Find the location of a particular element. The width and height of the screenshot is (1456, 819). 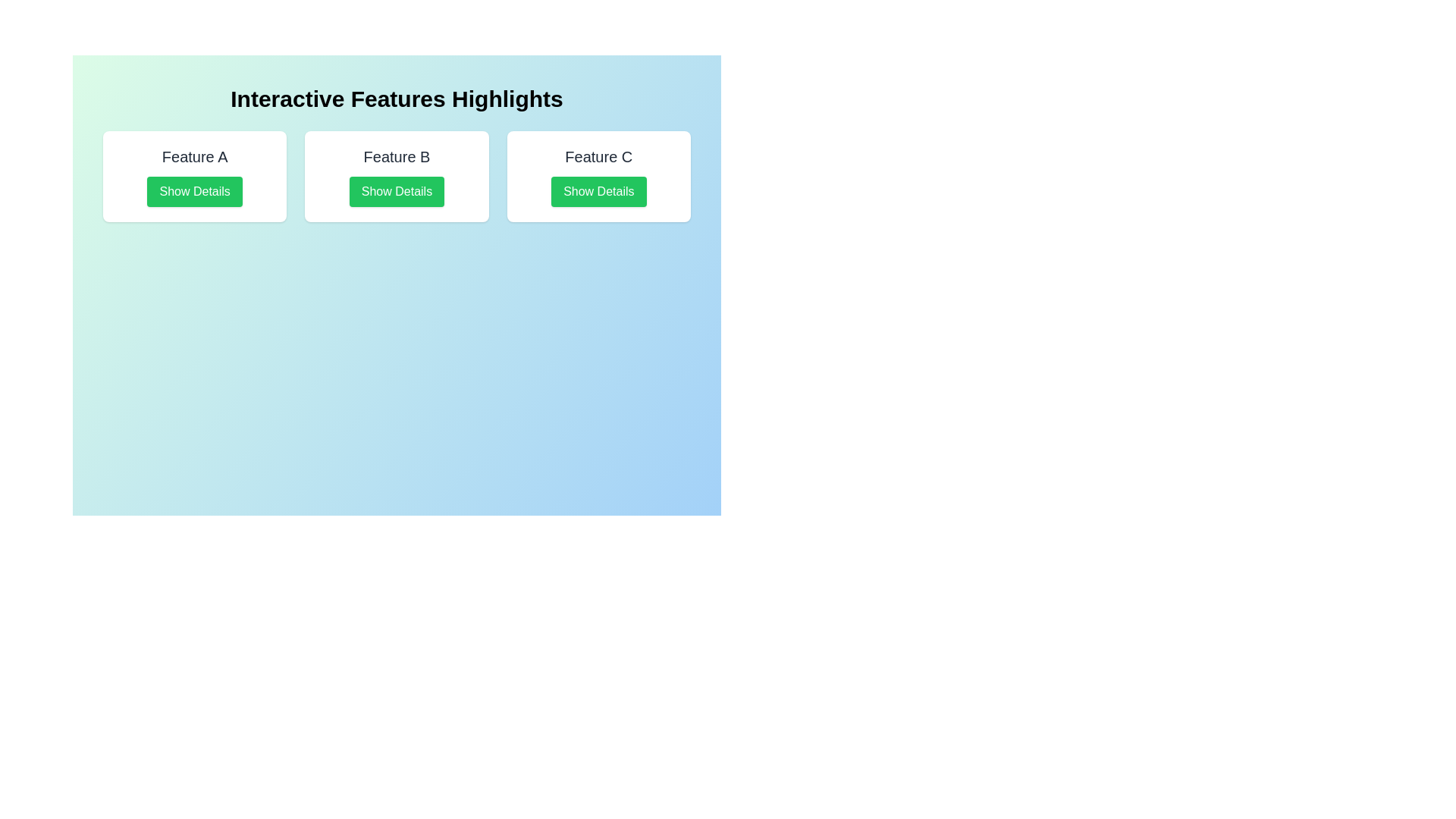

the button in the center of the card labeled 'Feature B' is located at coordinates (397, 191).